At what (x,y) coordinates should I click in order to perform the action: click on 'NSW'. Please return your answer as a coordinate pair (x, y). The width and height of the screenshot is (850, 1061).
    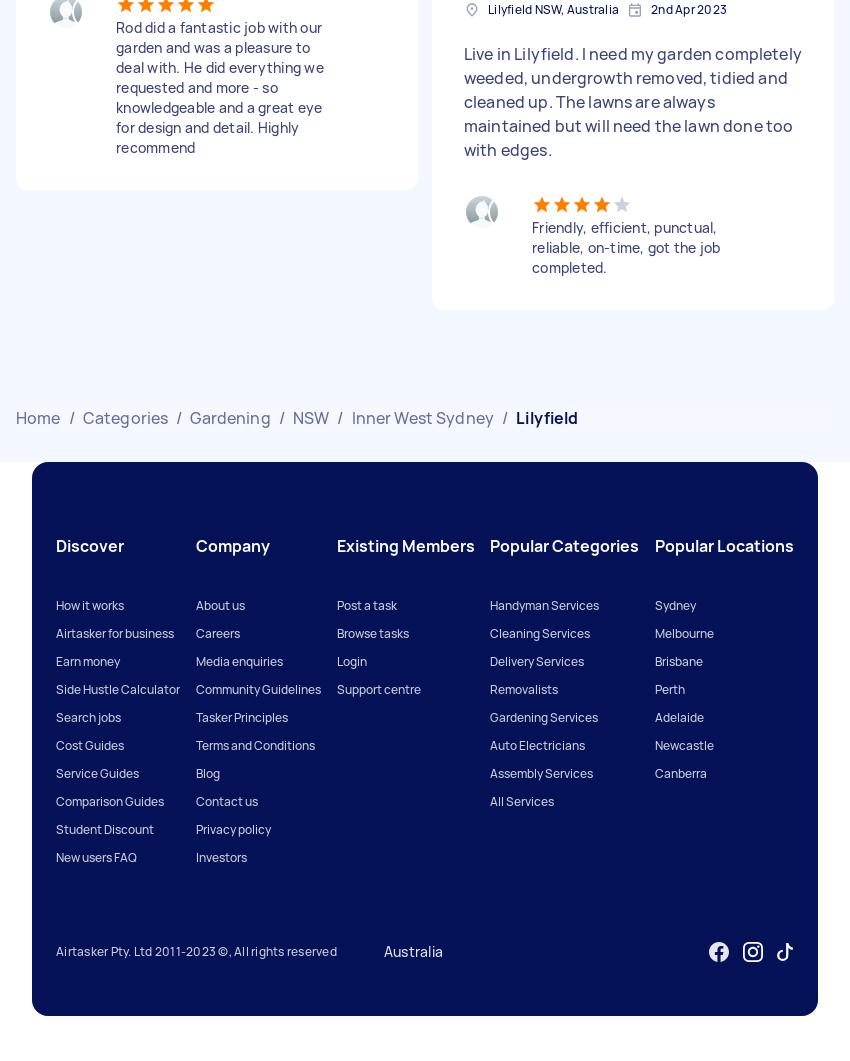
    Looking at the image, I should click on (310, 418).